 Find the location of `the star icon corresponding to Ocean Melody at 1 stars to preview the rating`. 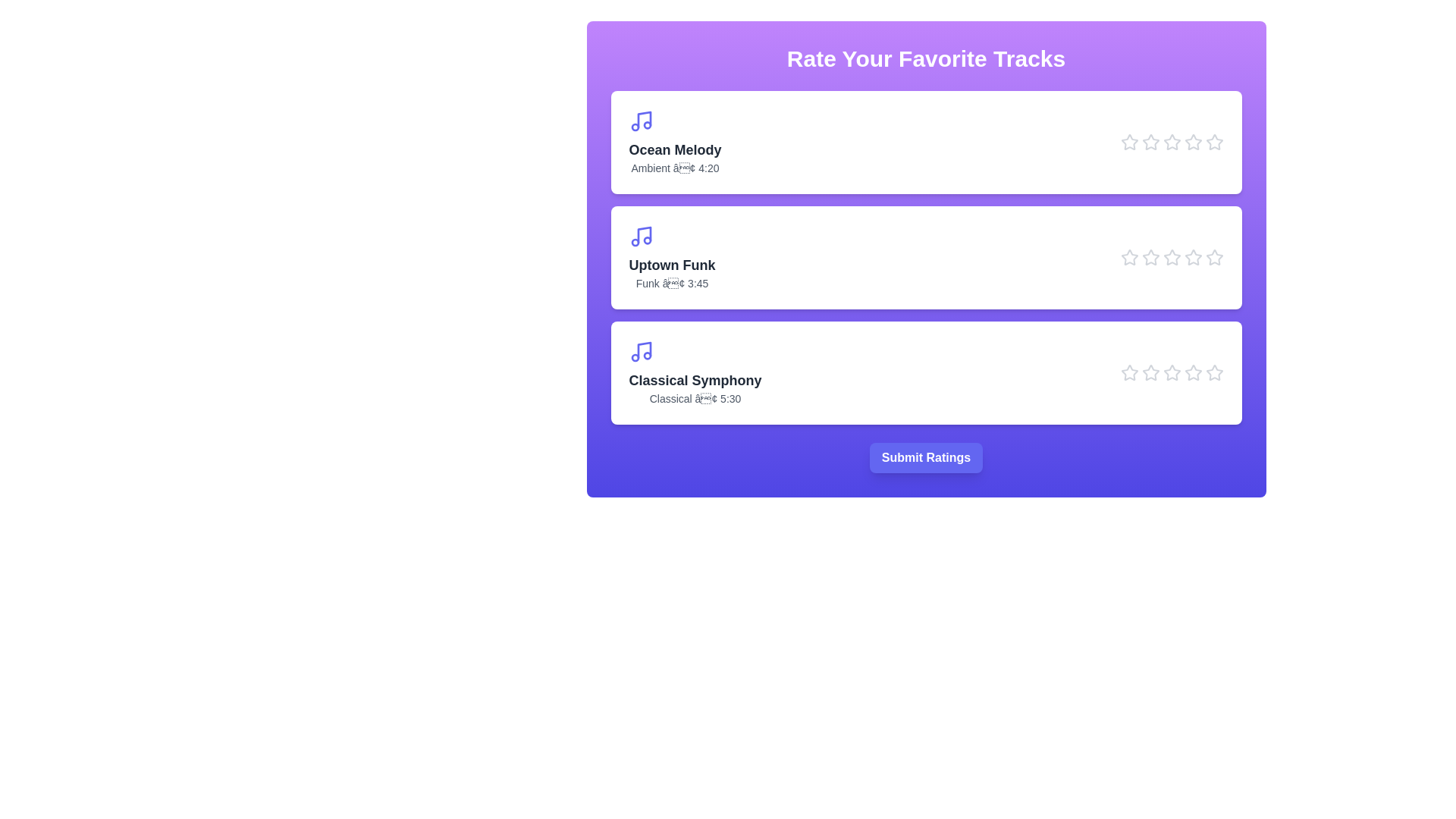

the star icon corresponding to Ocean Melody at 1 stars to preview the rating is located at coordinates (1129, 143).